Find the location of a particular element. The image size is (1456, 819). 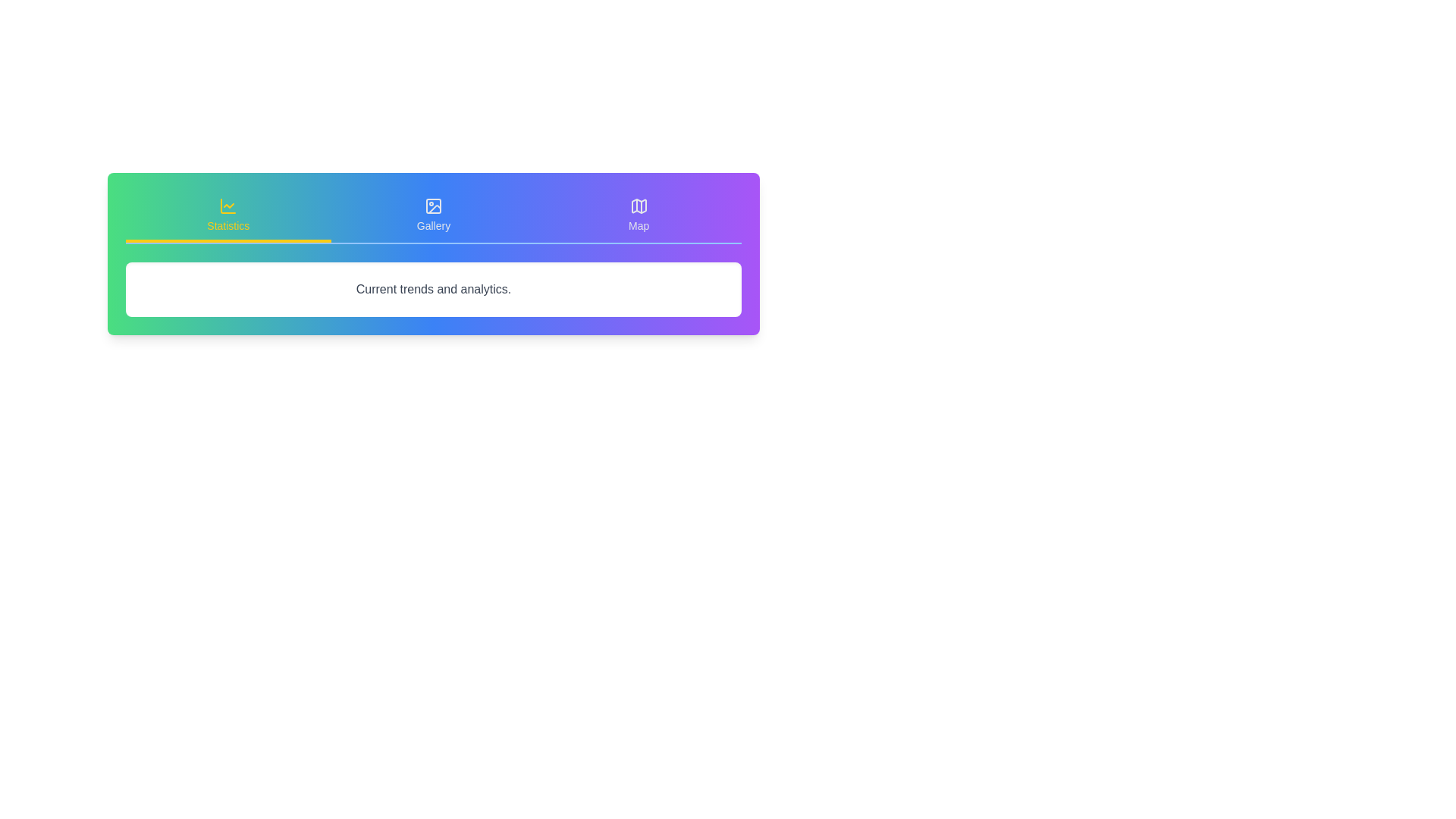

the tab labeled Gallery to view its content is located at coordinates (432, 216).